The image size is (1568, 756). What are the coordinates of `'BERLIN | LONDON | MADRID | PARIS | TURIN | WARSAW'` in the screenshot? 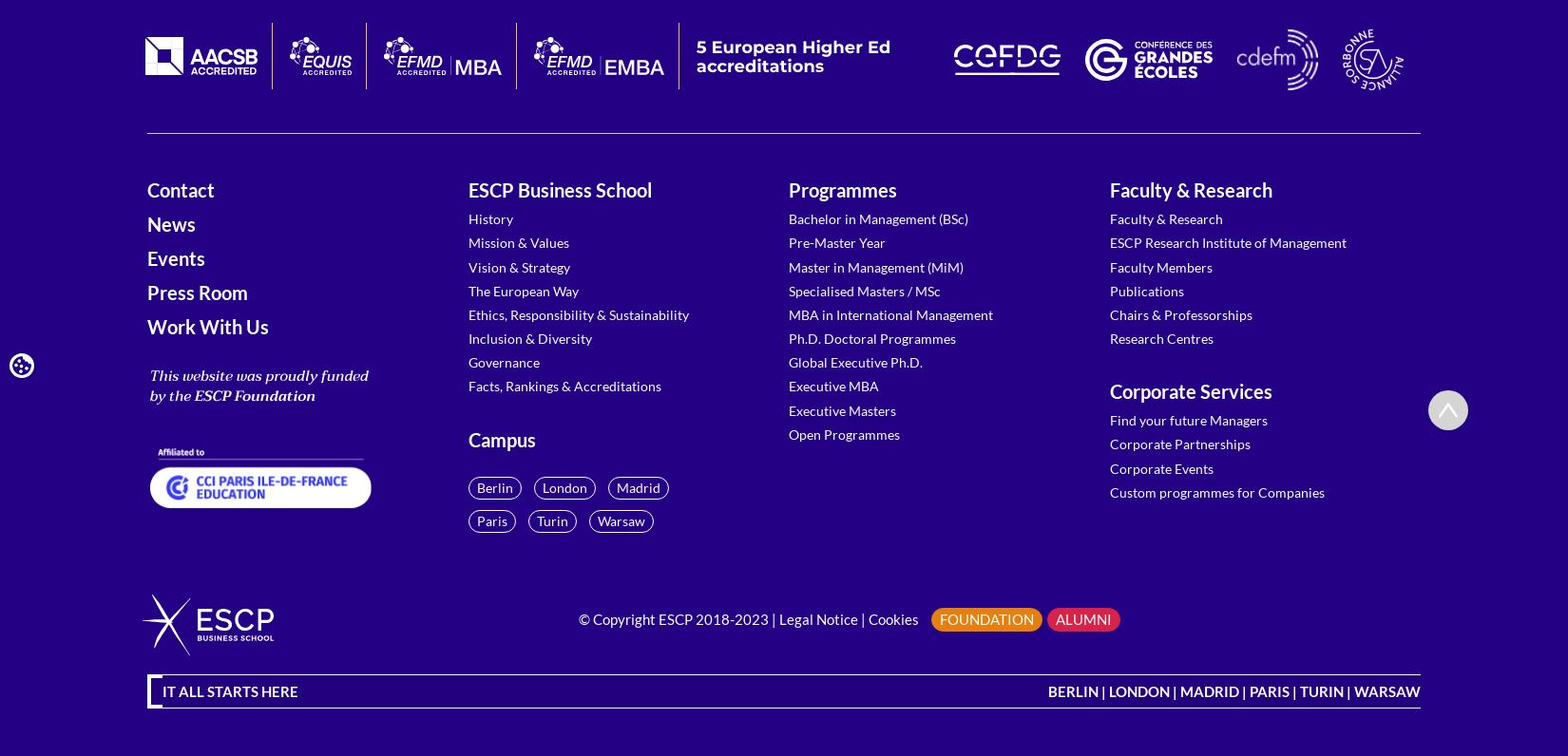 It's located at (1233, 690).